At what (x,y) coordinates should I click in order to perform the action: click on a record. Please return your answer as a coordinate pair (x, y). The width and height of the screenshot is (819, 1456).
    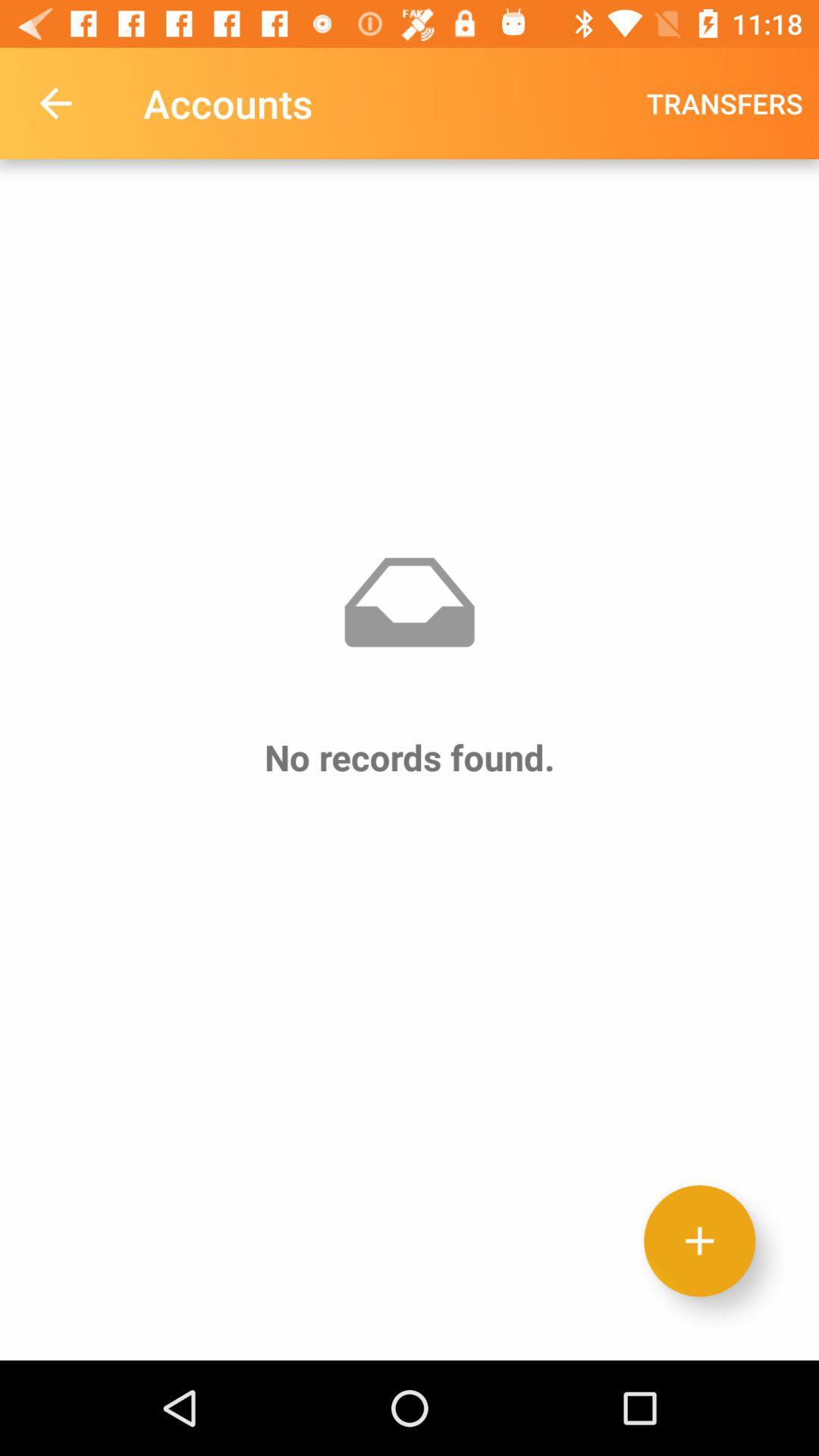
    Looking at the image, I should click on (699, 1241).